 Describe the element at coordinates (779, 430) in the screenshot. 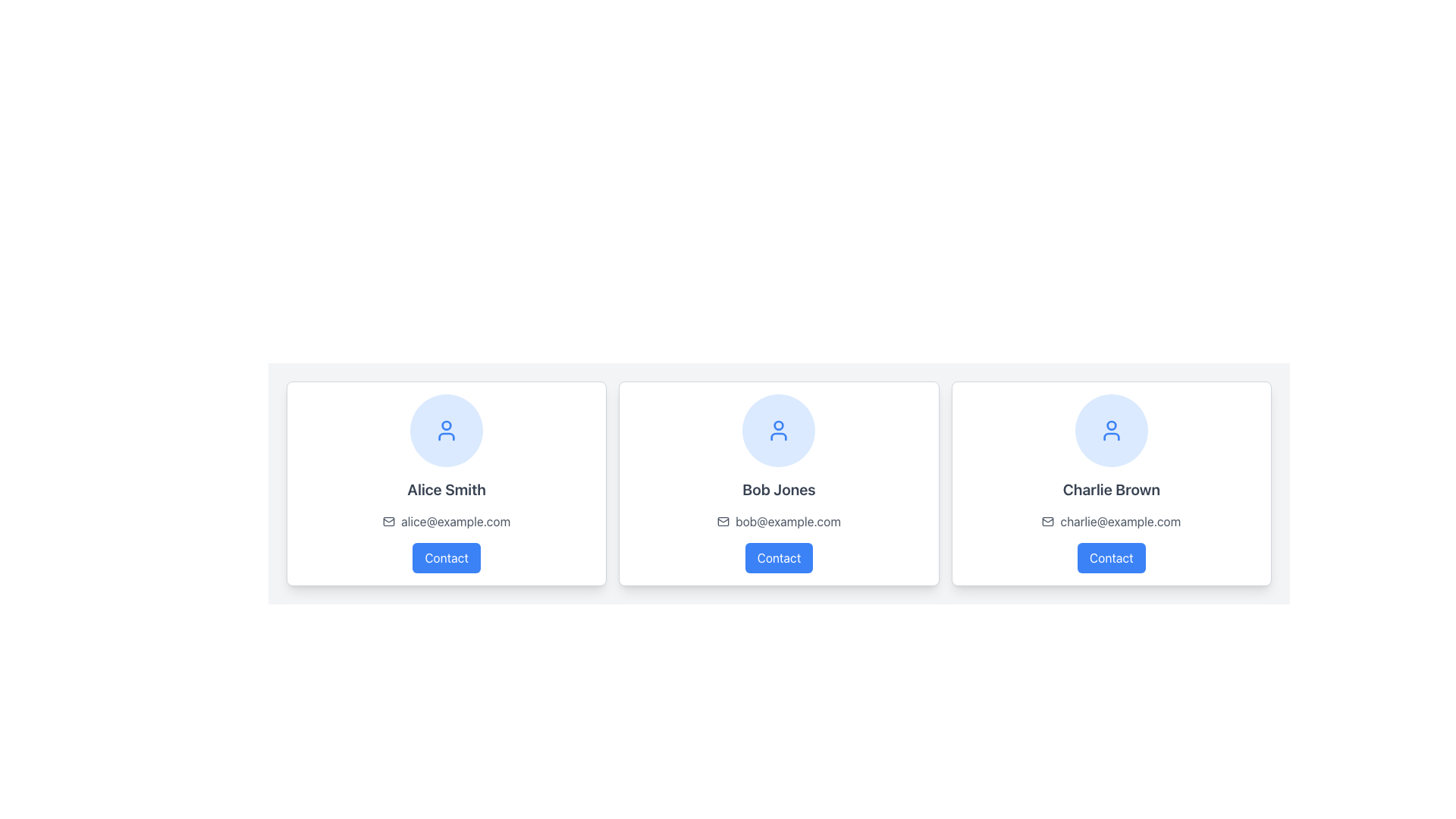

I see `the user outline icon, which is depicted in a minimalistic style with thin blue strokes, located at the top-center of the second card in a row of three cards` at that location.